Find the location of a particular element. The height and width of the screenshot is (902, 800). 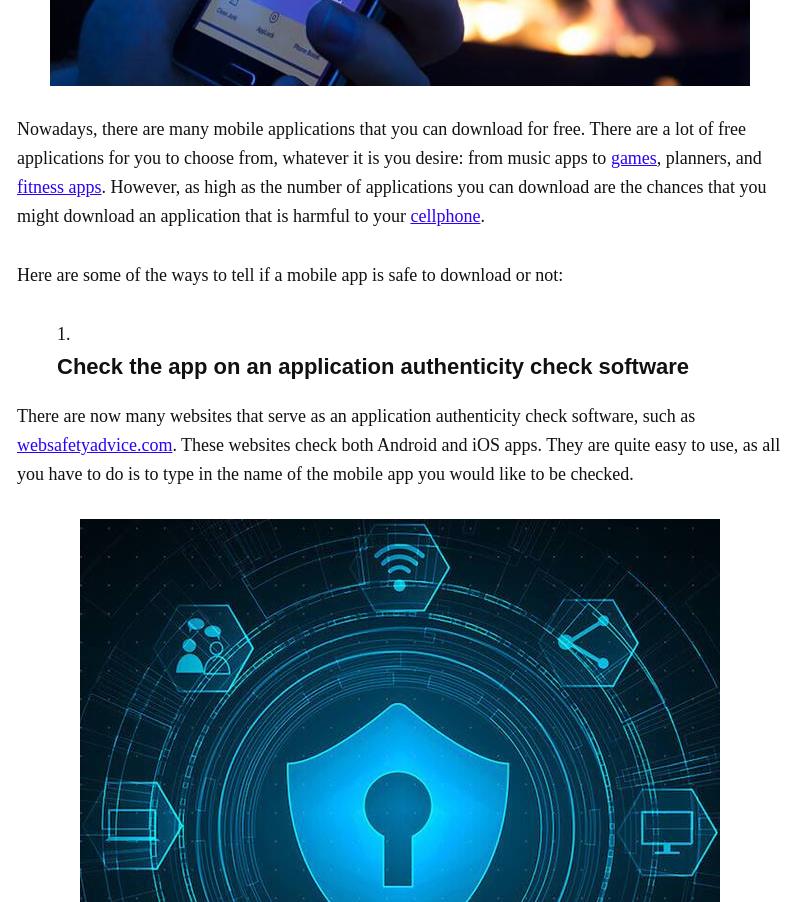

'Expedia' is located at coordinates (719, 105).